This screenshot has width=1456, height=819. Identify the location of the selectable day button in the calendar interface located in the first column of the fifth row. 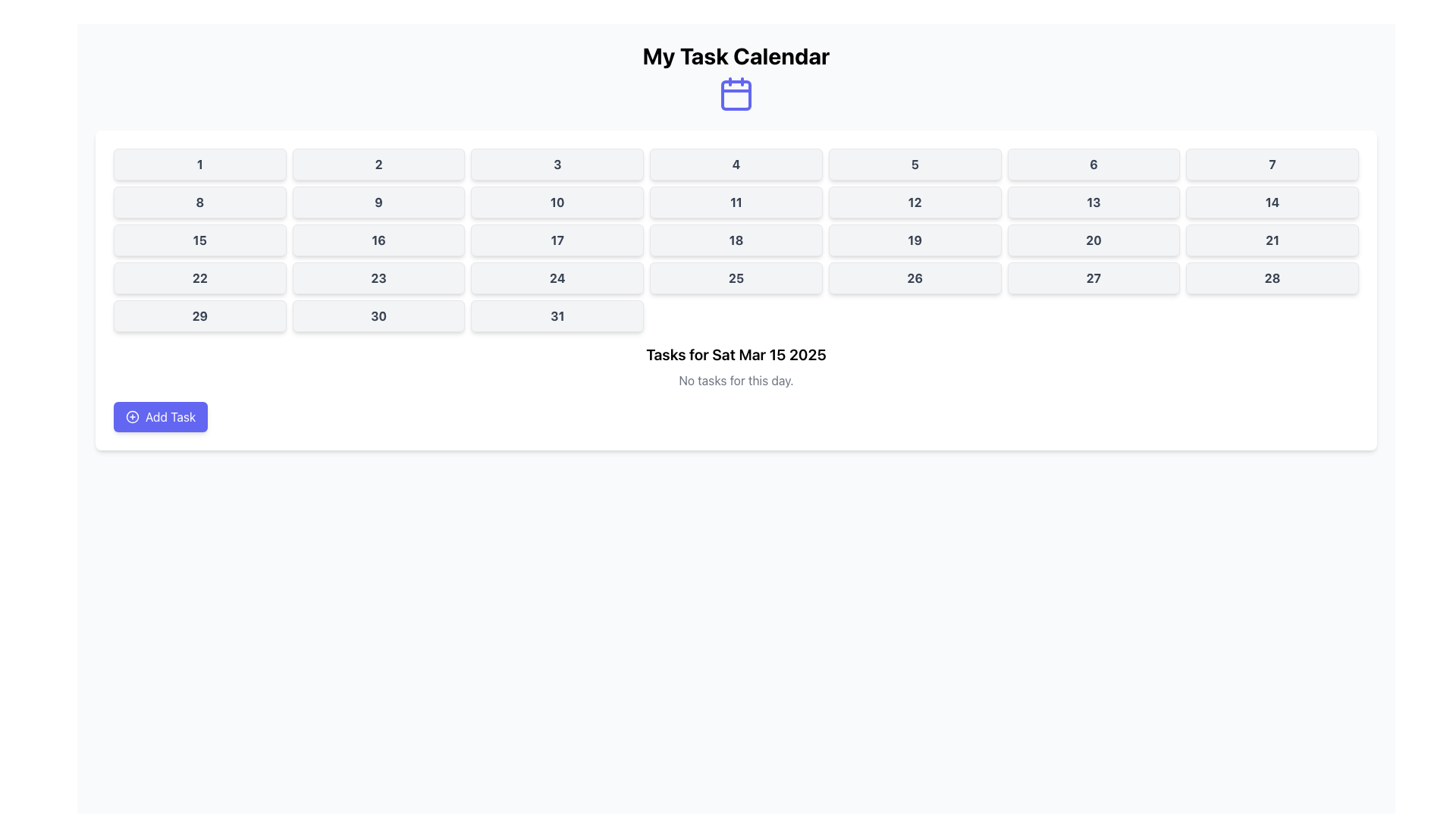
(199, 315).